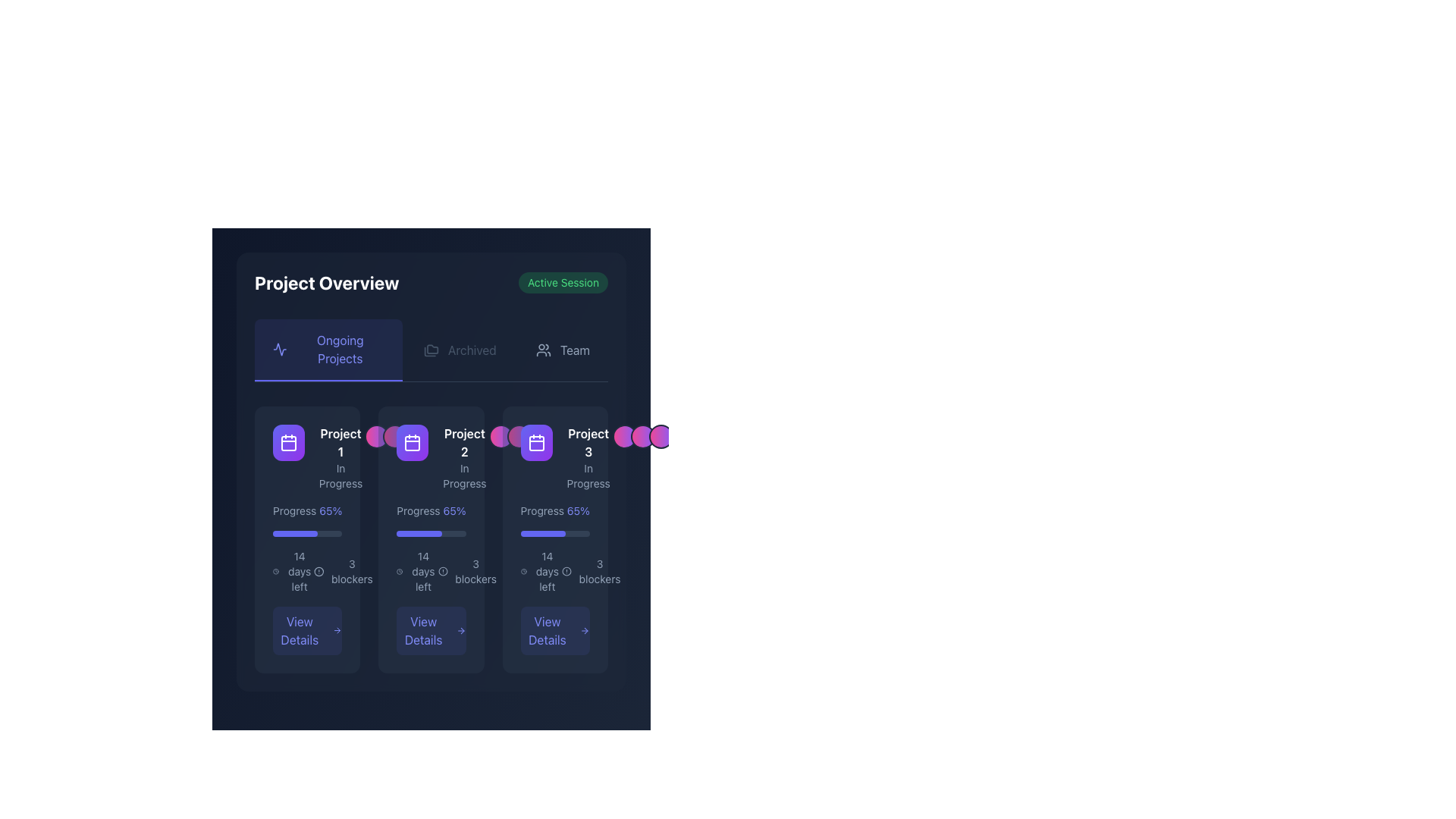 This screenshot has width=1456, height=819. What do you see at coordinates (395, 436) in the screenshot?
I see `into view the Avatar group representing members of the 'Project 2' card, located to the right of the project's title and status in the 'Ongoing Projects' section` at bounding box center [395, 436].